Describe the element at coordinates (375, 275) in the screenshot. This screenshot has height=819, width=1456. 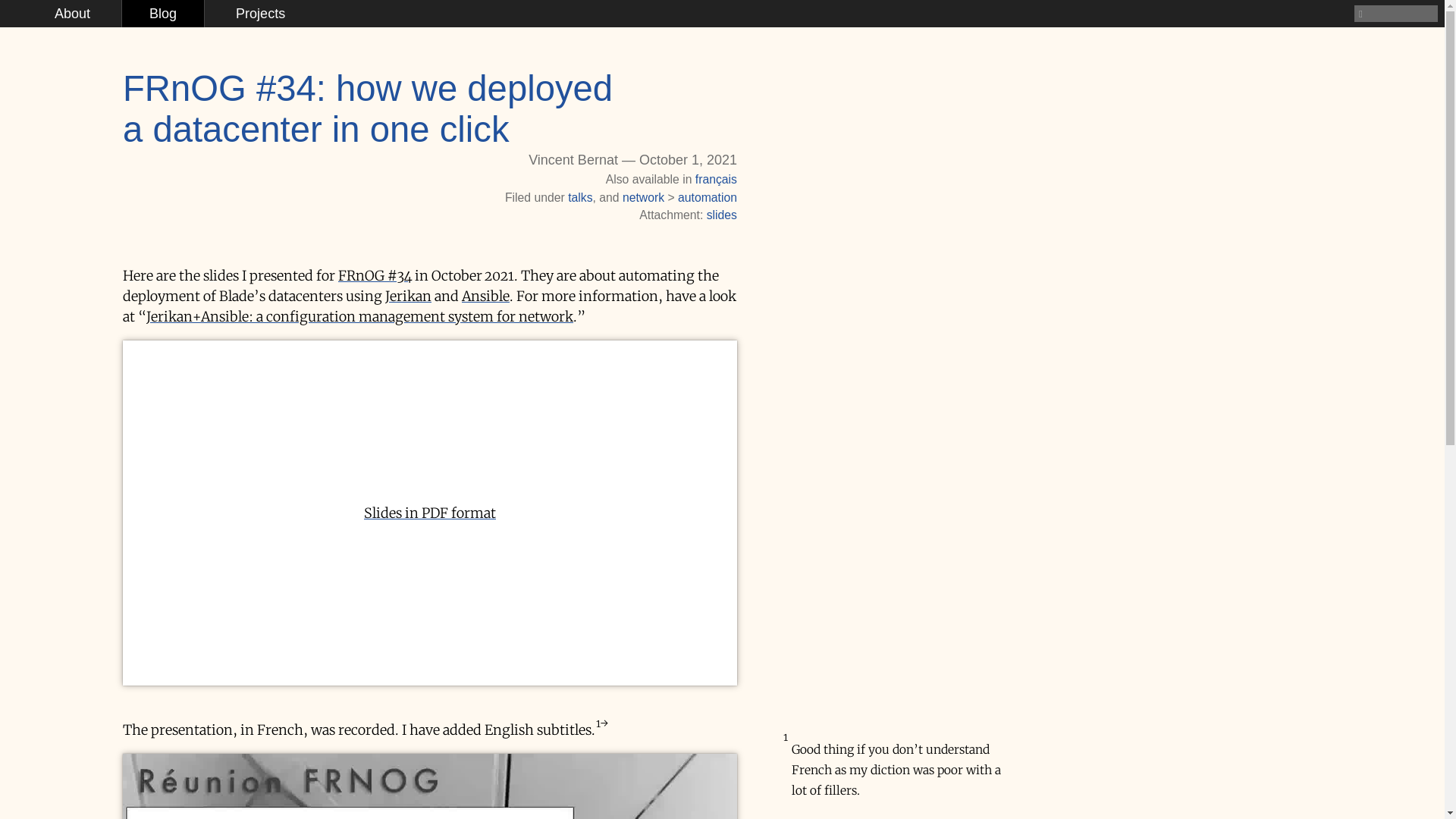
I see `'FRnOG #34'` at that location.